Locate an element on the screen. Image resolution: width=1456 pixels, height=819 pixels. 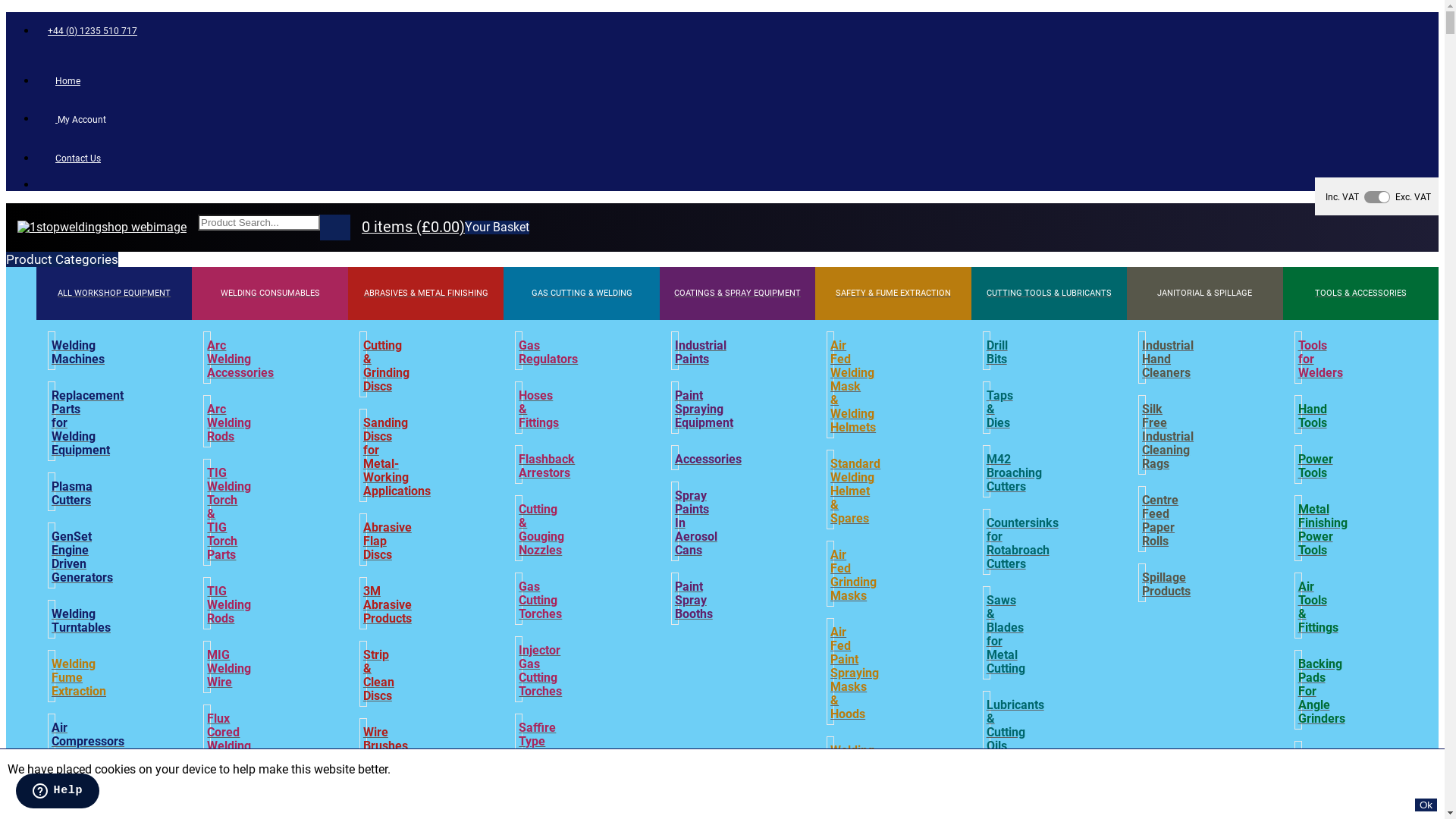
'TIG Welding Torch & TIG Torch Parts' is located at coordinates (228, 513).